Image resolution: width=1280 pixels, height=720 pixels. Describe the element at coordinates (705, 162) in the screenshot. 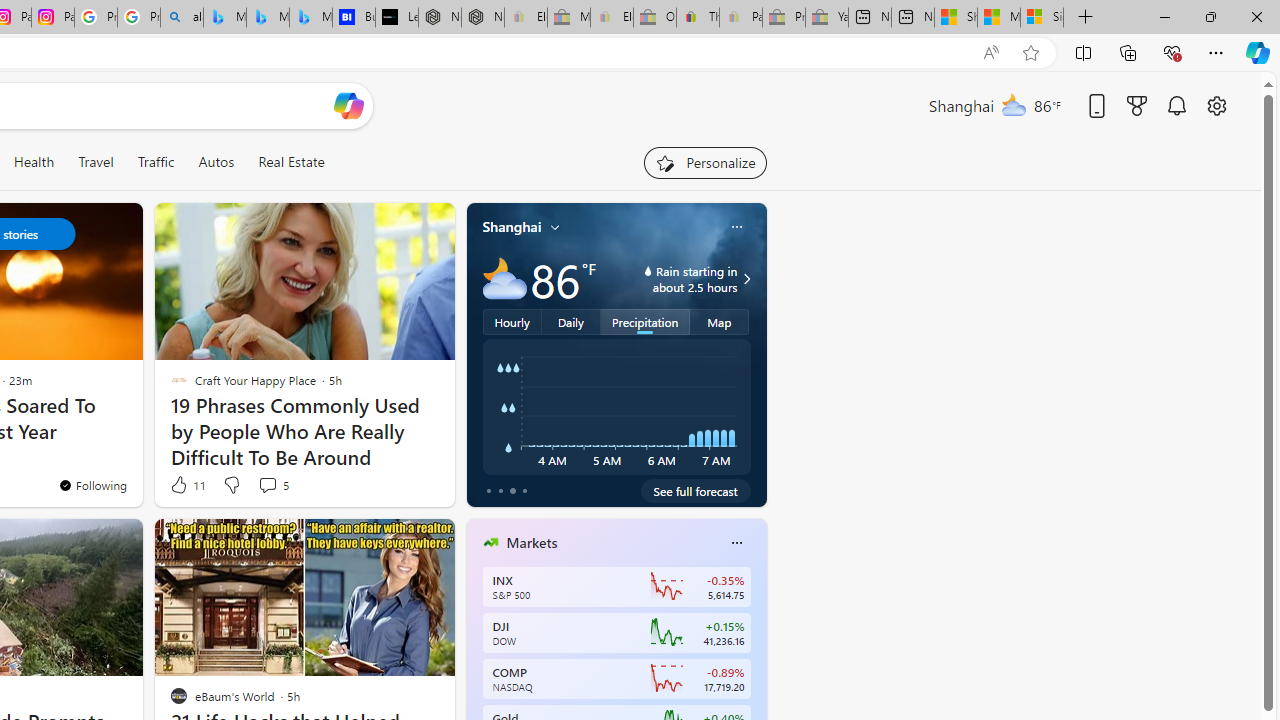

I see `'Personalize your feed"'` at that location.